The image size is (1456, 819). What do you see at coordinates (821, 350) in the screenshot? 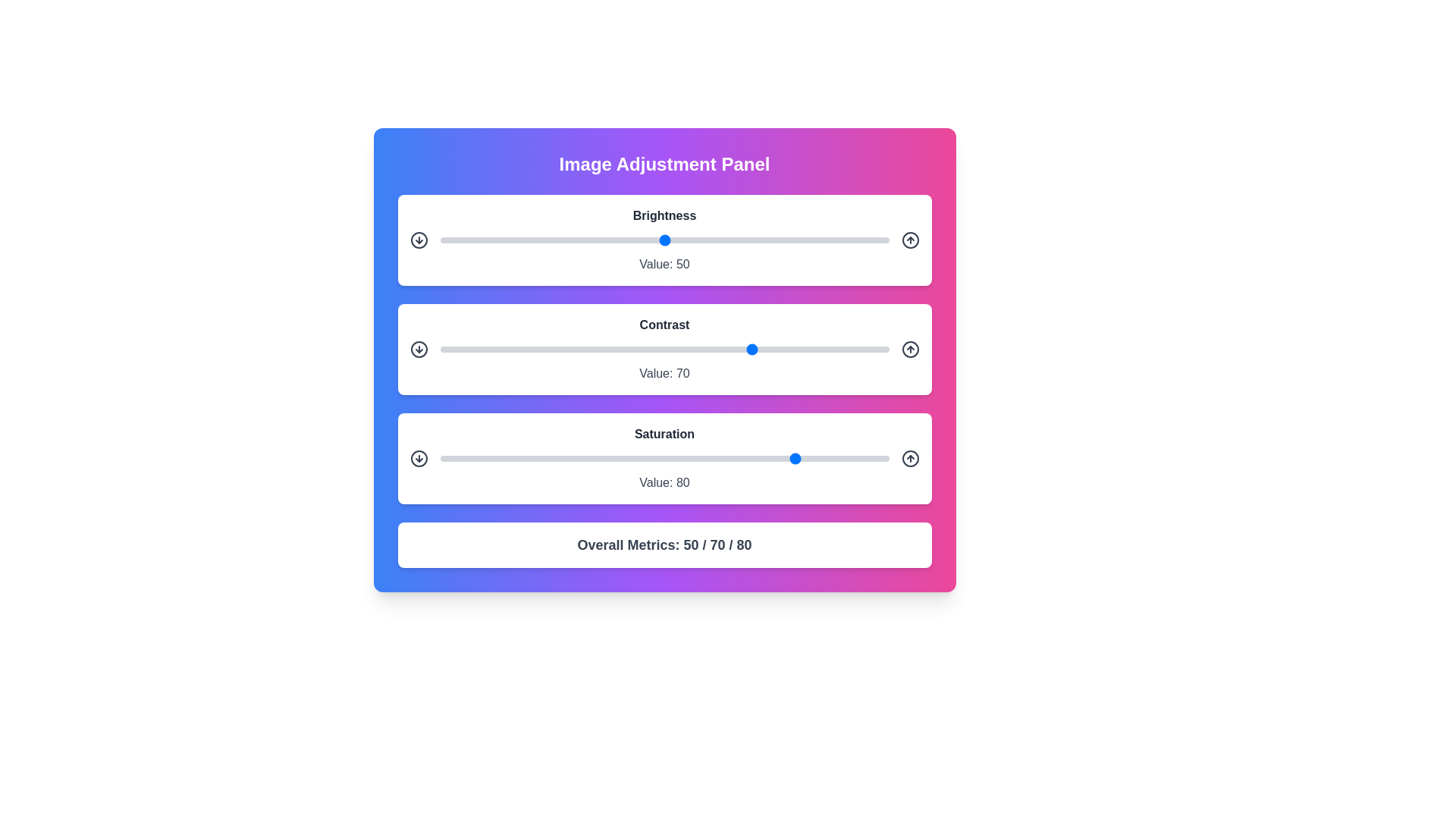
I see `contrast` at bounding box center [821, 350].